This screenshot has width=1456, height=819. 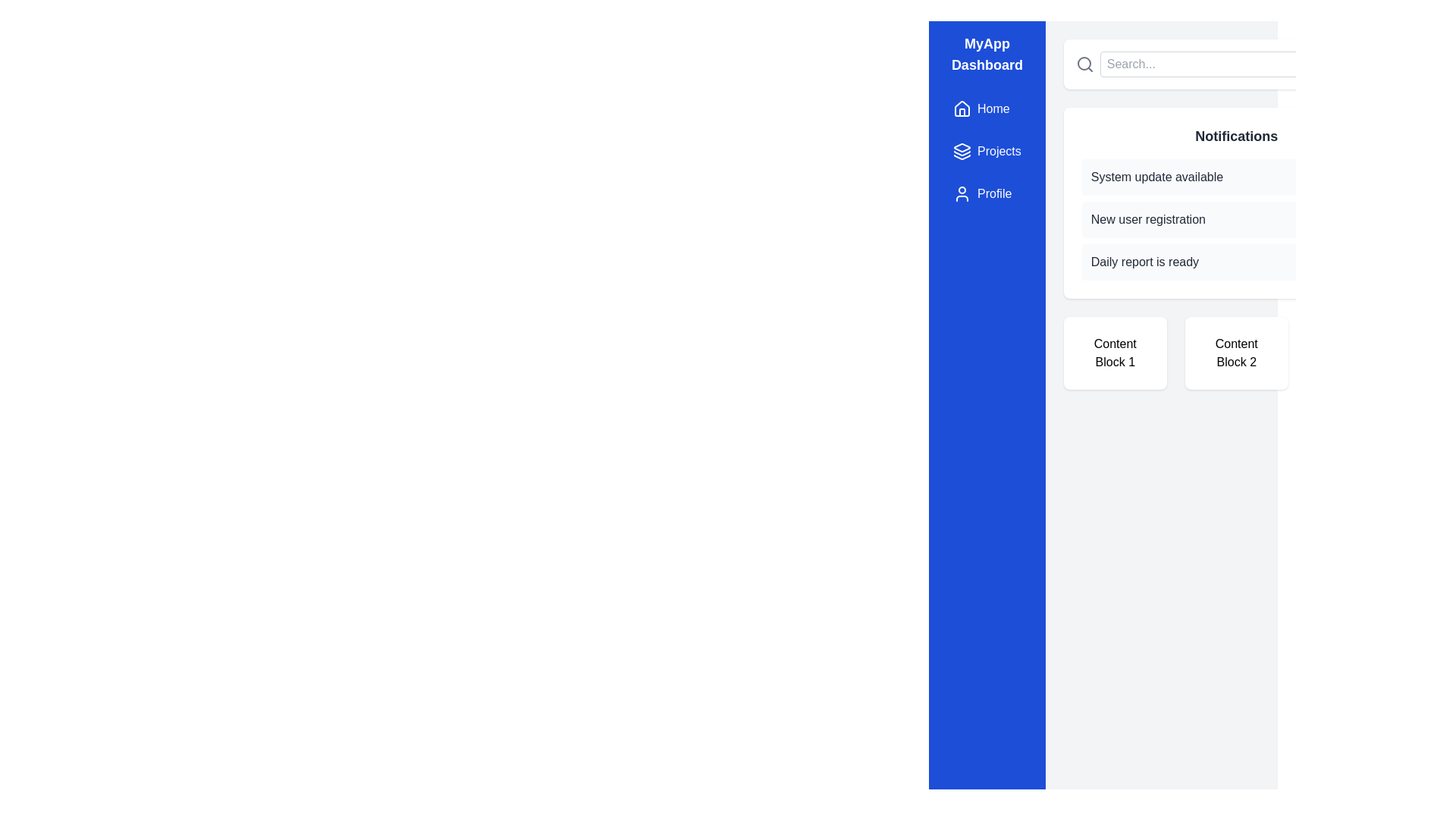 What do you see at coordinates (1144, 262) in the screenshot?
I see `the text block displaying 'Daily report is ready' in dark gray color, which is the first text element in a notification card` at bounding box center [1144, 262].